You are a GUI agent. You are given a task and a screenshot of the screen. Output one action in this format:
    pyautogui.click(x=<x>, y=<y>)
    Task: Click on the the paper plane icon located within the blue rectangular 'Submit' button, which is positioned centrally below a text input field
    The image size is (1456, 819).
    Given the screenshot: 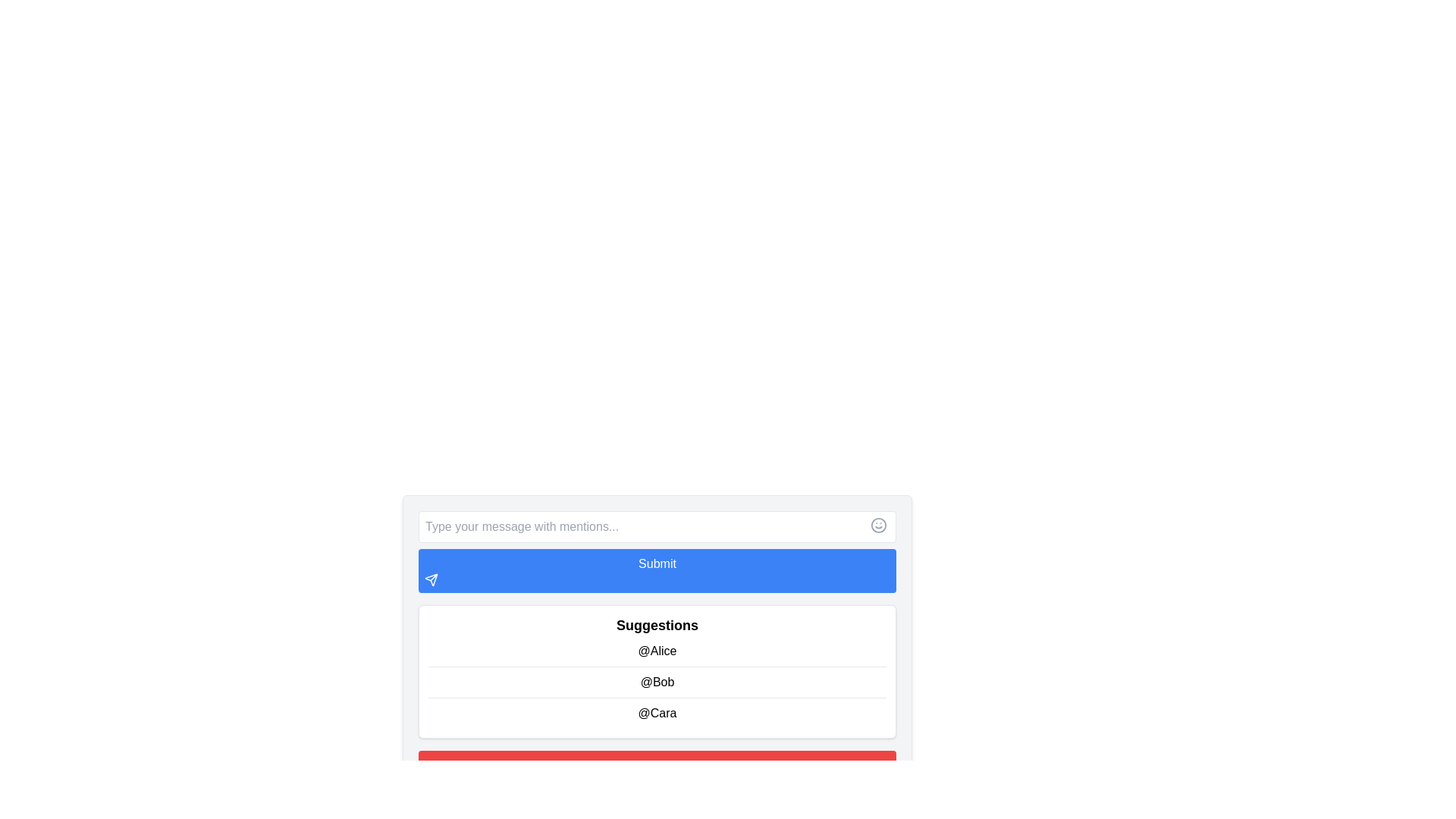 What is the action you would take?
    pyautogui.click(x=431, y=579)
    